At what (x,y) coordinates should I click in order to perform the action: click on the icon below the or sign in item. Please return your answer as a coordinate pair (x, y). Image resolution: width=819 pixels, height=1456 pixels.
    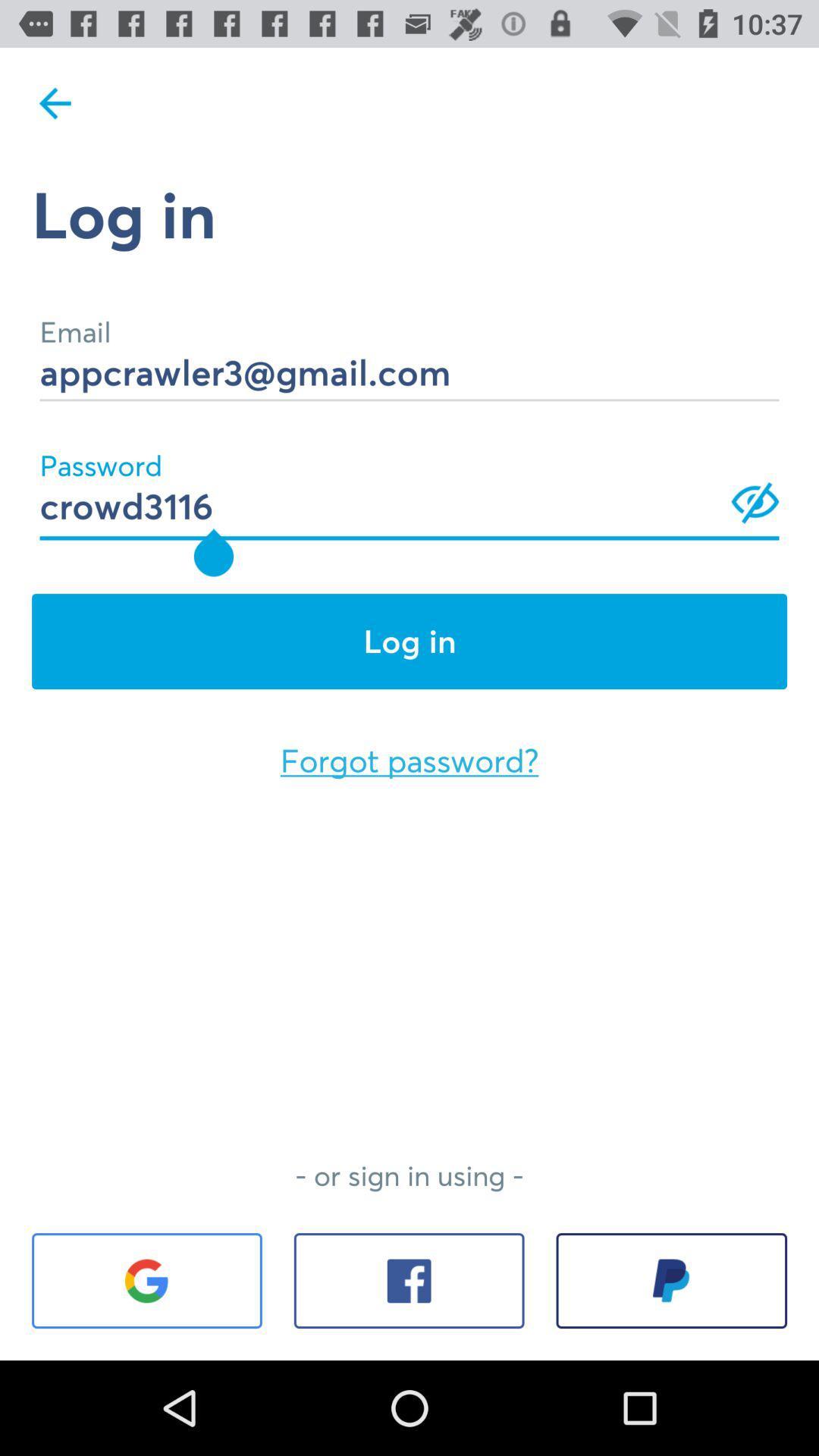
    Looking at the image, I should click on (408, 1280).